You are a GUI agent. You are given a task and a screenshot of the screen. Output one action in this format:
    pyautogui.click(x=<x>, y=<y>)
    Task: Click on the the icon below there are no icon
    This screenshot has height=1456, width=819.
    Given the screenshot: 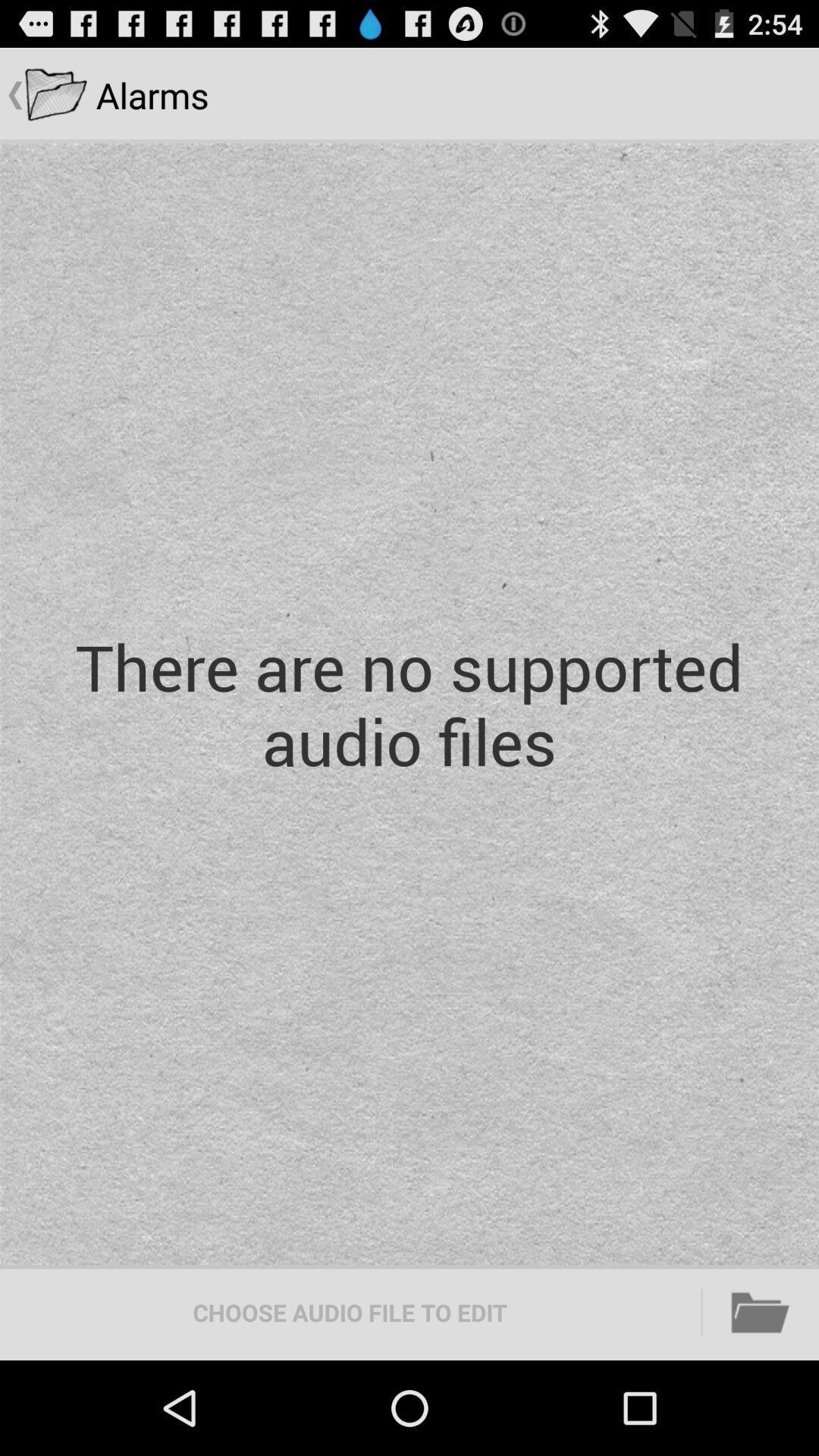 What is the action you would take?
    pyautogui.click(x=350, y=1312)
    